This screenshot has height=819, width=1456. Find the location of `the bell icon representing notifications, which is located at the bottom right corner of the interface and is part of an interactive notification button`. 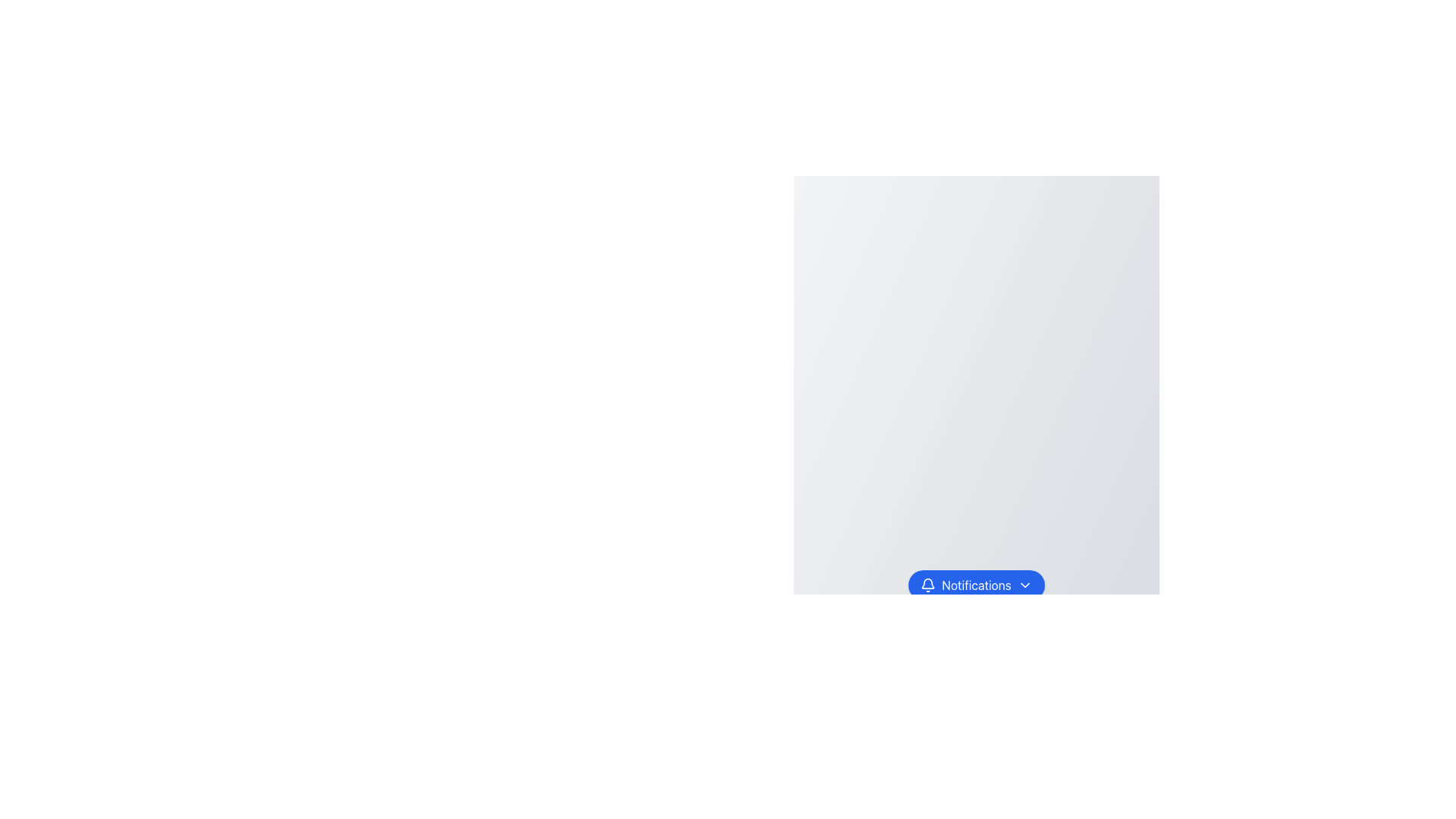

the bell icon representing notifications, which is located at the bottom right corner of the interface and is part of an interactive notification button is located at coordinates (927, 582).